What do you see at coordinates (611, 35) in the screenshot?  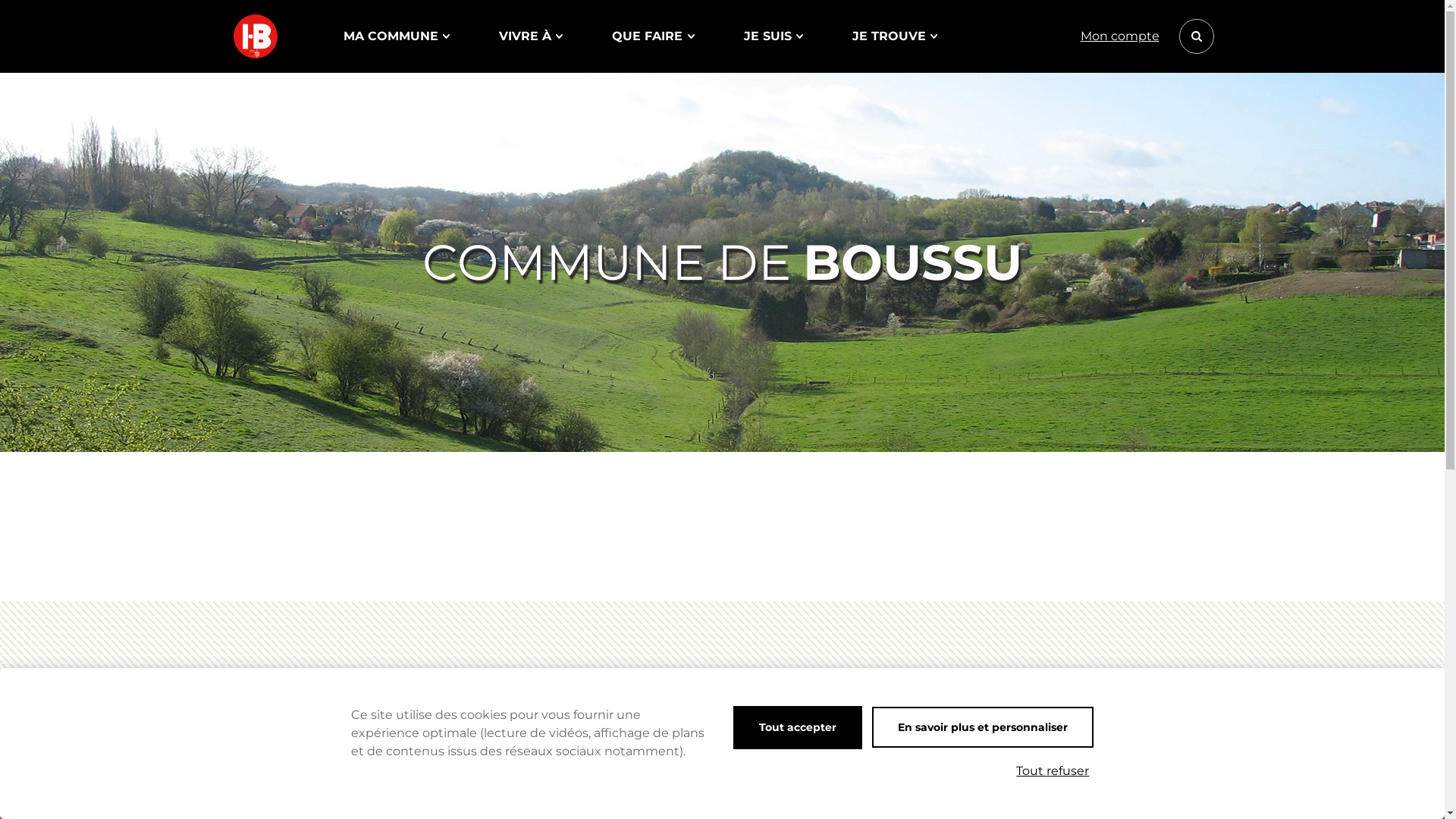 I see `'QUE FAIRE'` at bounding box center [611, 35].